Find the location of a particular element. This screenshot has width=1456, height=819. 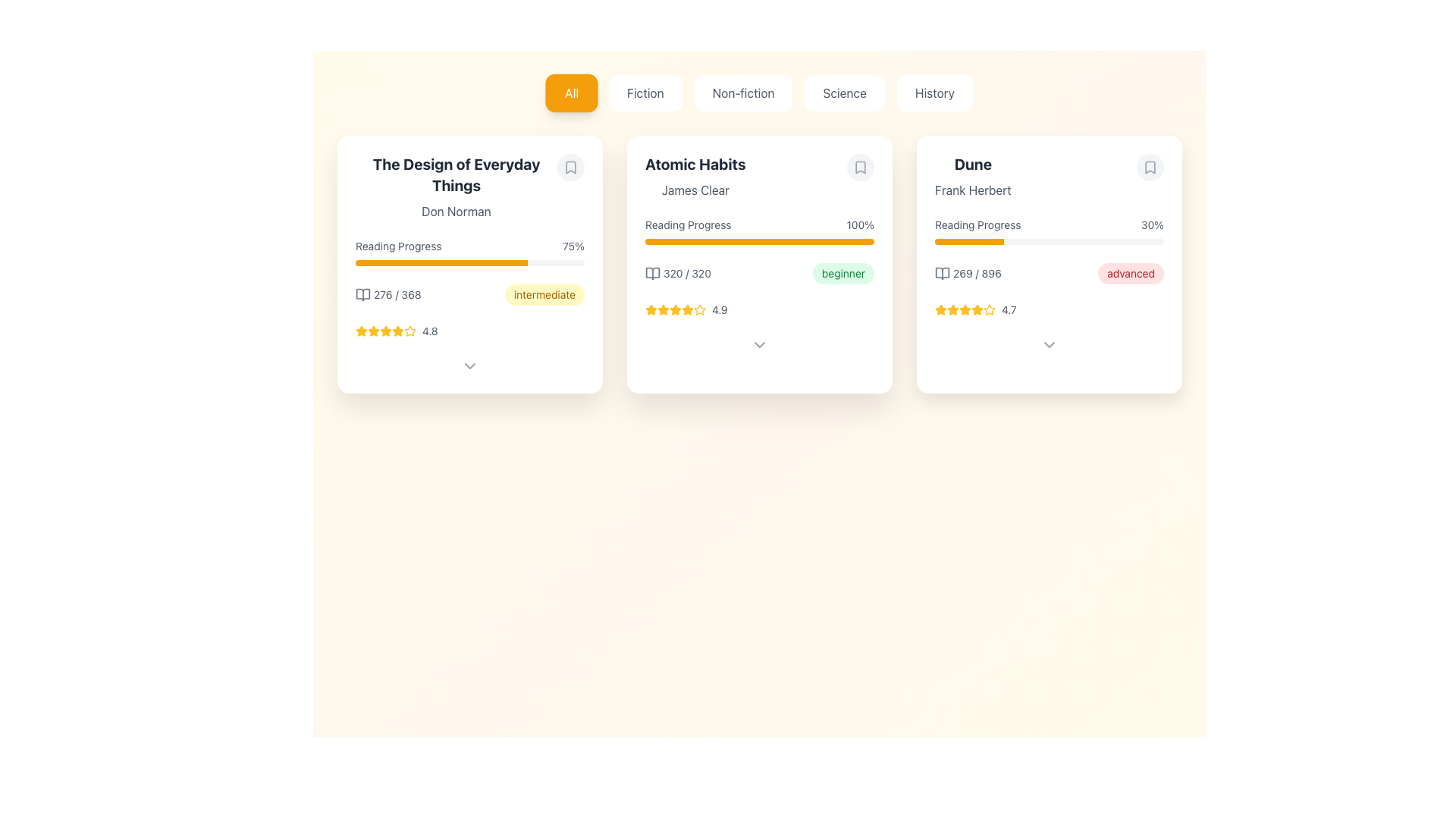

the Dropdown Button located at the bottom center of the card for 'The Design of Everyday Things' is located at coordinates (469, 366).